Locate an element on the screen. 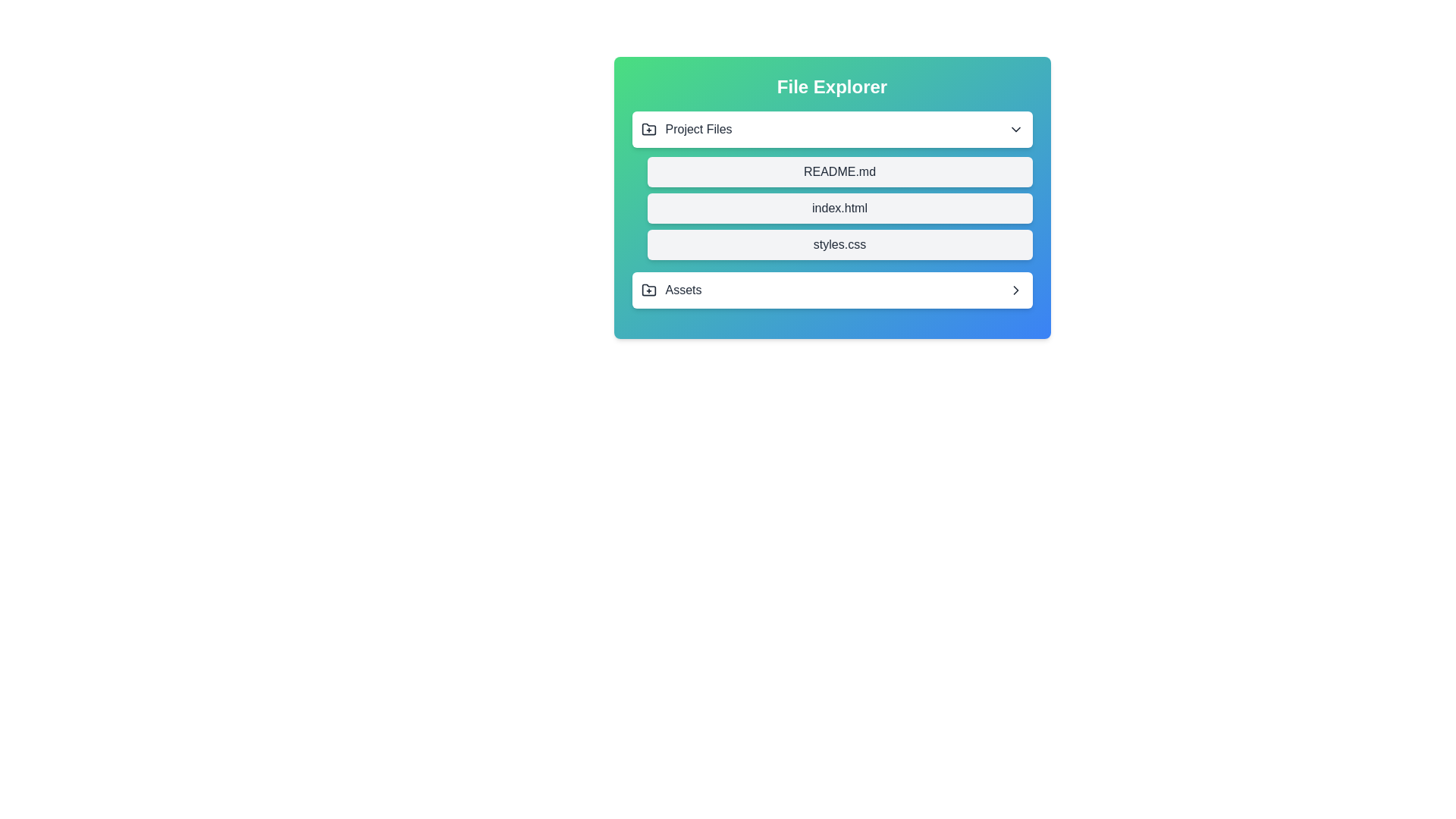 The image size is (1456, 819). the chevron icon located on the far right side of the 'Assets' folder row is located at coordinates (1015, 290).